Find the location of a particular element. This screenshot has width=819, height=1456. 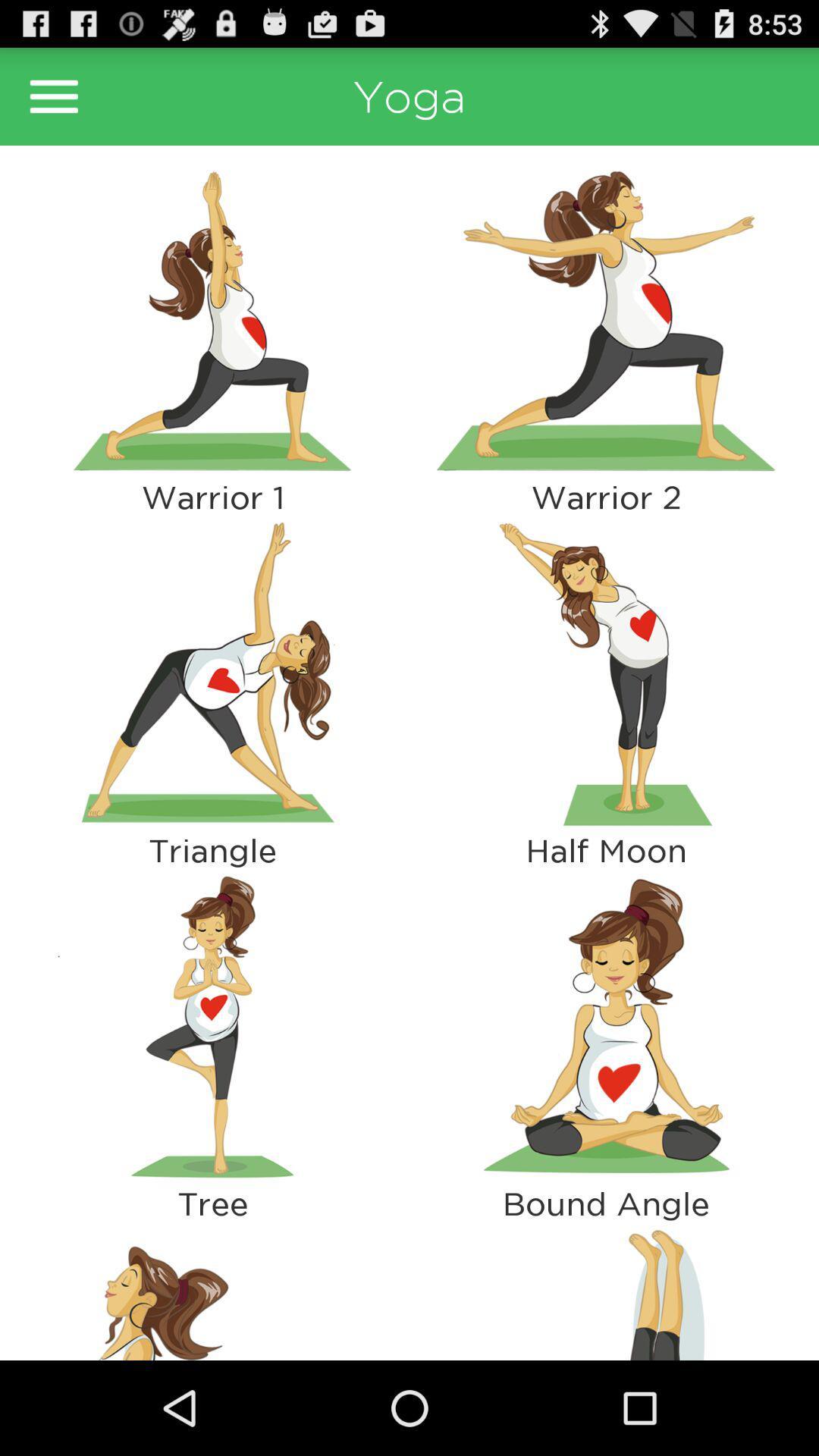

main page is located at coordinates (53, 96).